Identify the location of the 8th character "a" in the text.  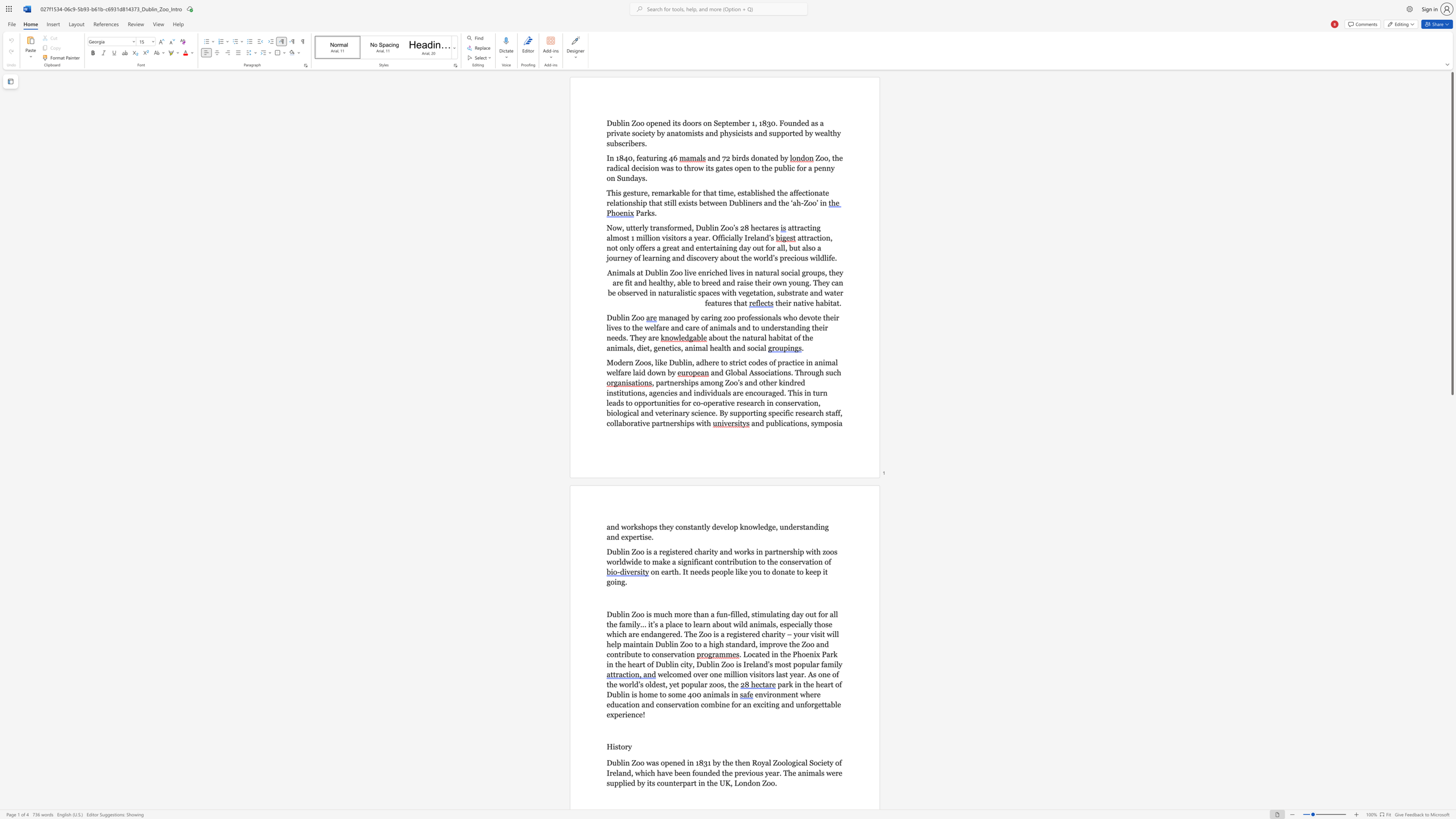
(658, 283).